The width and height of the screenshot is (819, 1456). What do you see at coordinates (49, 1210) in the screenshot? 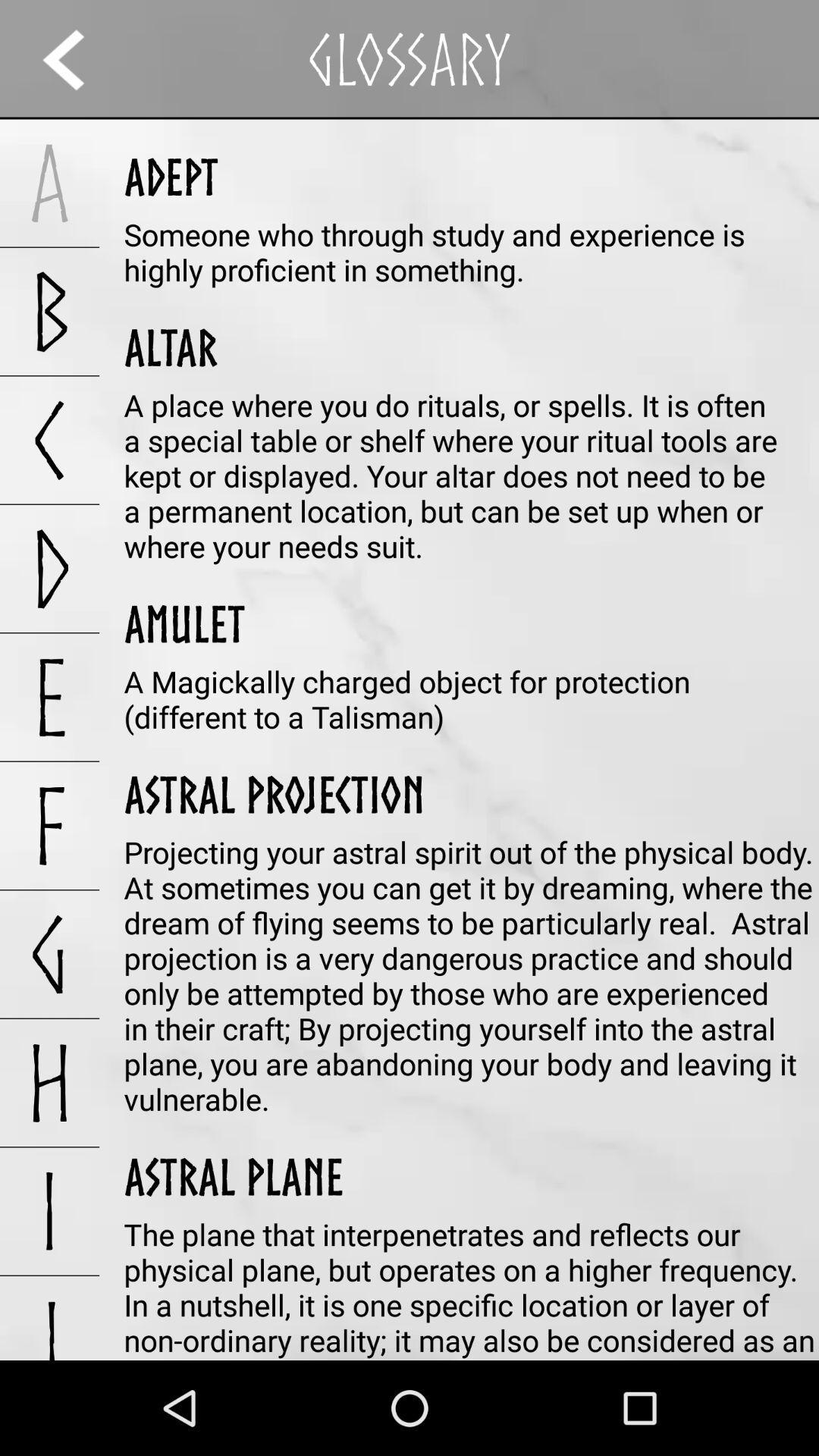
I see `the app above j app` at bounding box center [49, 1210].